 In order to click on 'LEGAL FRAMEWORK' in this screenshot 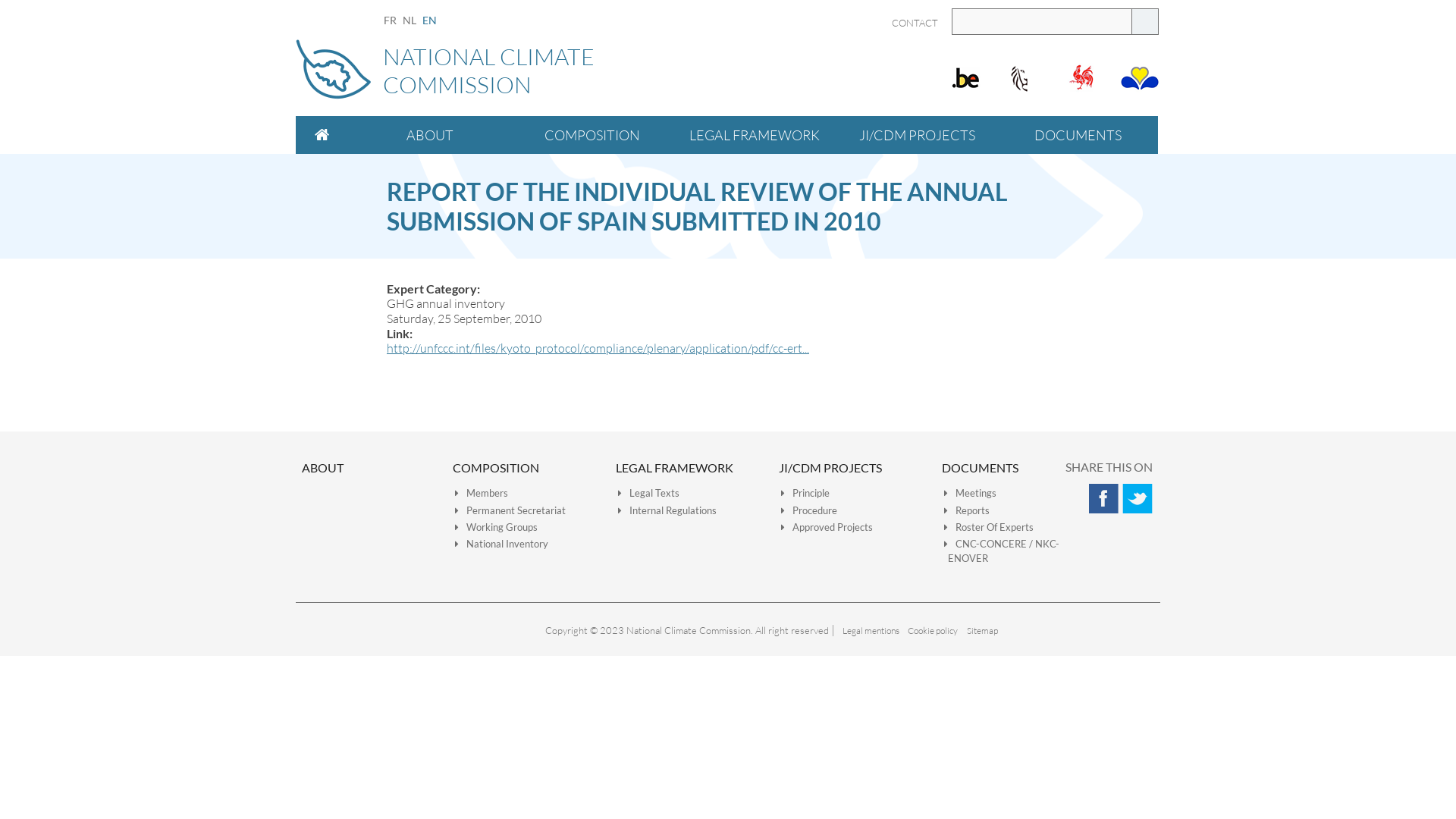, I will do `click(673, 466)`.